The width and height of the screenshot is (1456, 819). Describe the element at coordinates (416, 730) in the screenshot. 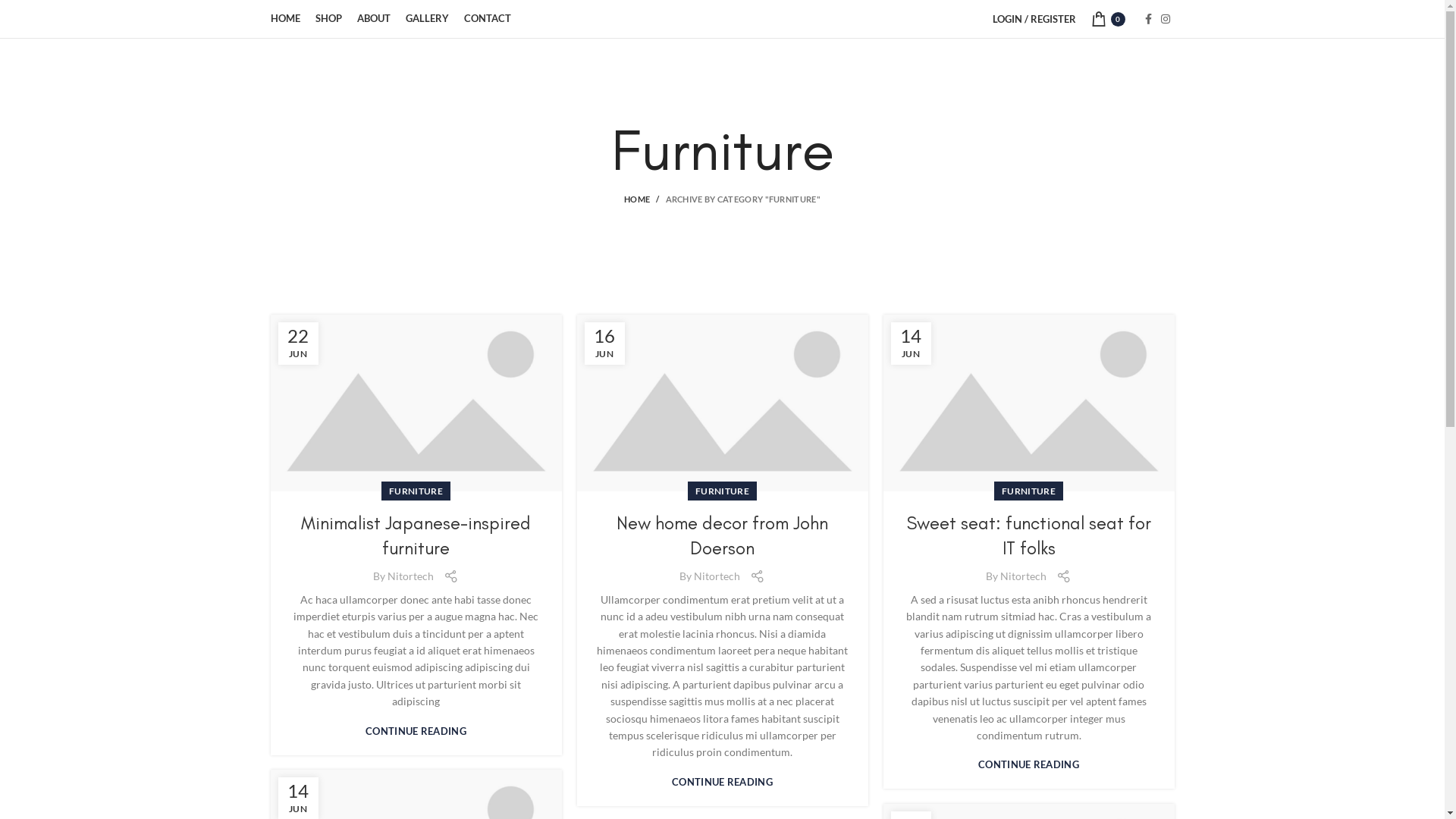

I see `'CONTINUE READING'` at that location.